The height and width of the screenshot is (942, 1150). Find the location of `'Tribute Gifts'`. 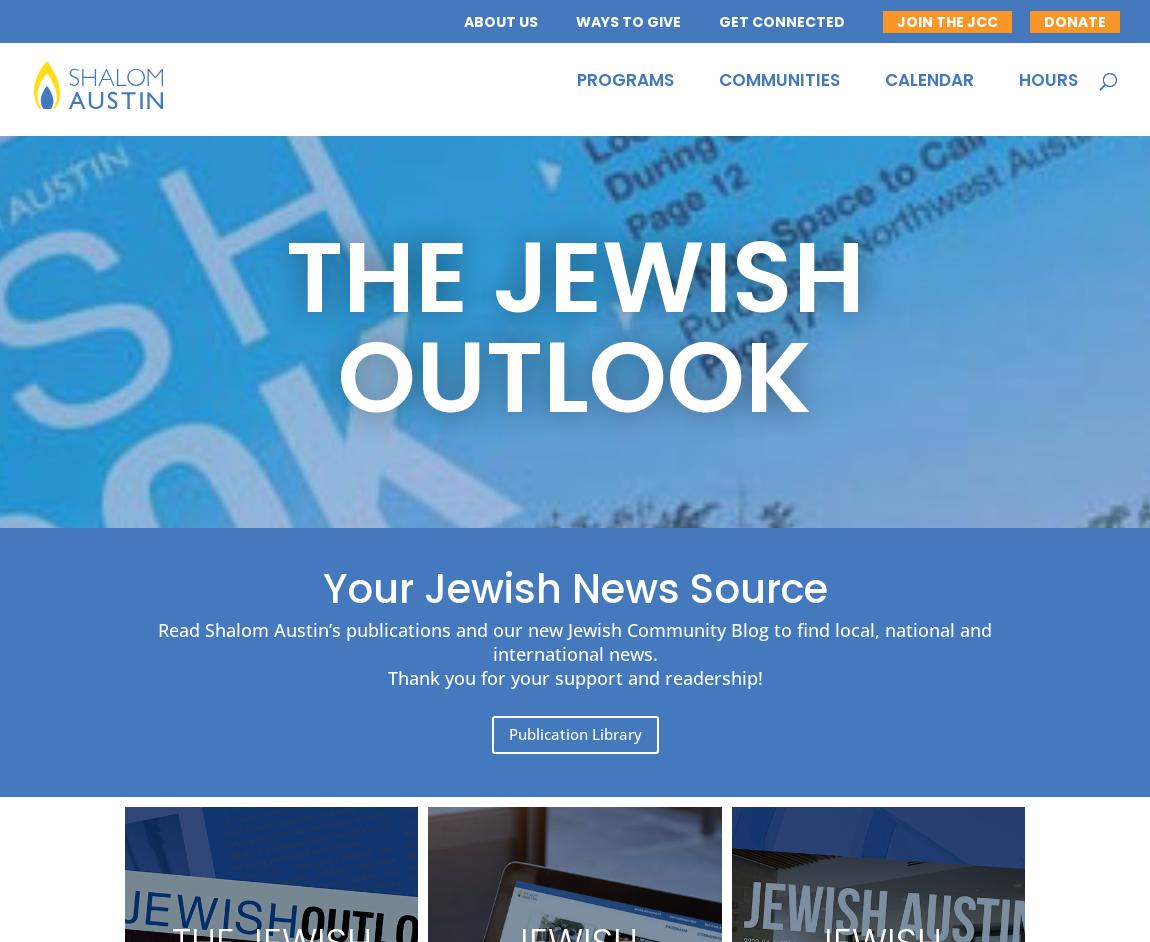

'Tribute Gifts' is located at coordinates (560, 217).